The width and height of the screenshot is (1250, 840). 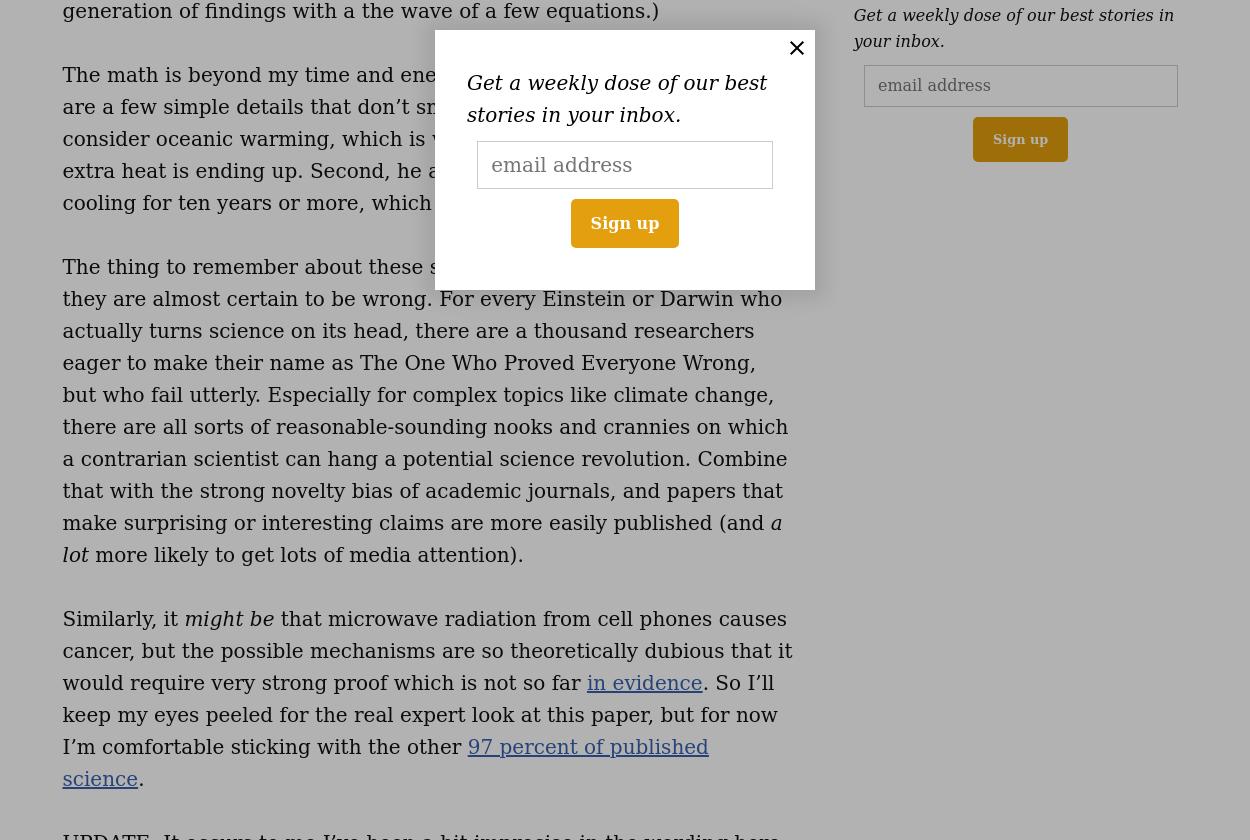 What do you see at coordinates (419, 715) in the screenshot?
I see `'. So I’ll keep my eyes peeled for the real expert look at this paper, but for now I’m comfortable sticking with the other'` at bounding box center [419, 715].